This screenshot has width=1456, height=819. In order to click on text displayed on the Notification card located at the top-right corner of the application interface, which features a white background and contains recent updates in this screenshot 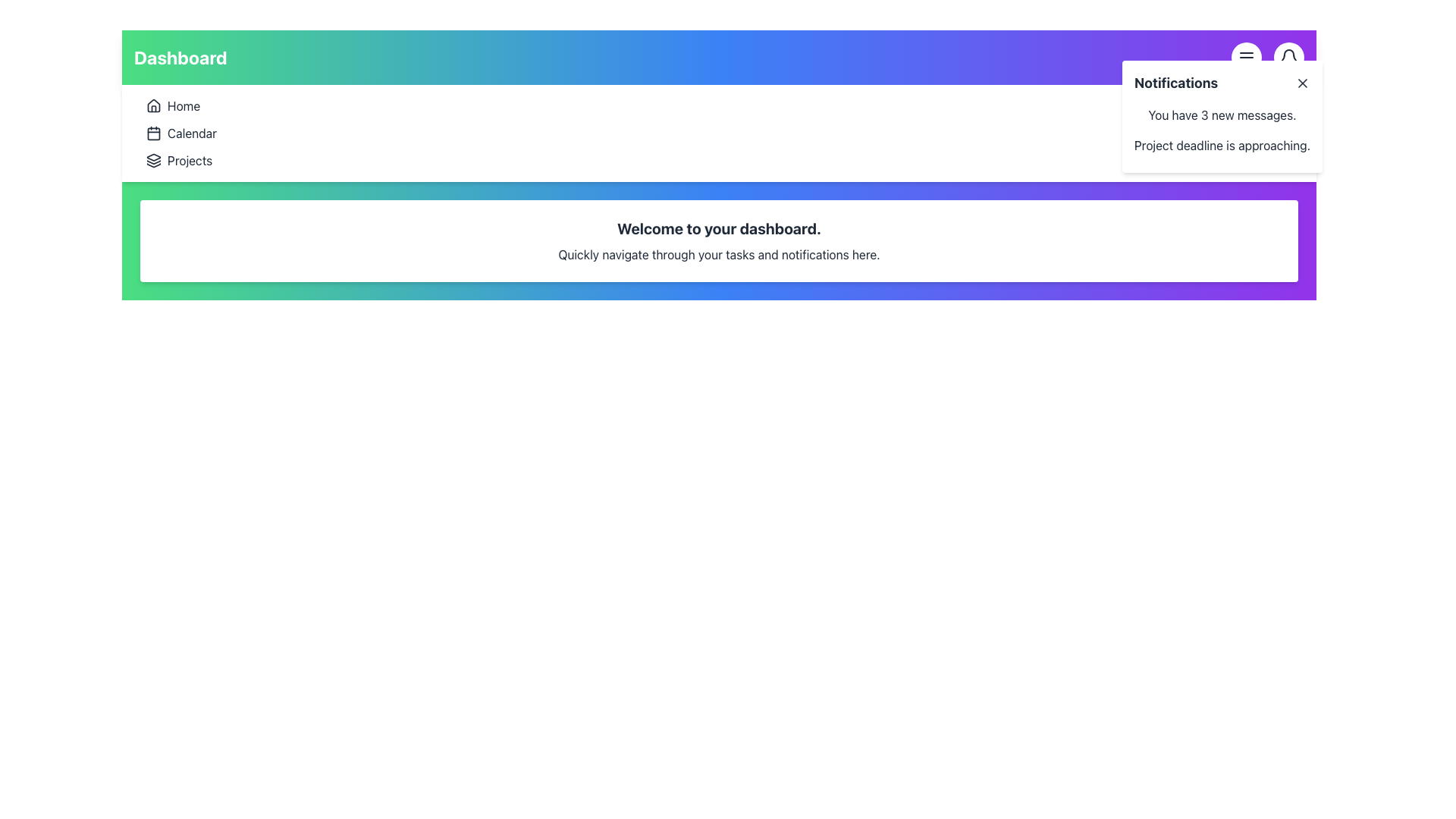, I will do `click(1222, 116)`.